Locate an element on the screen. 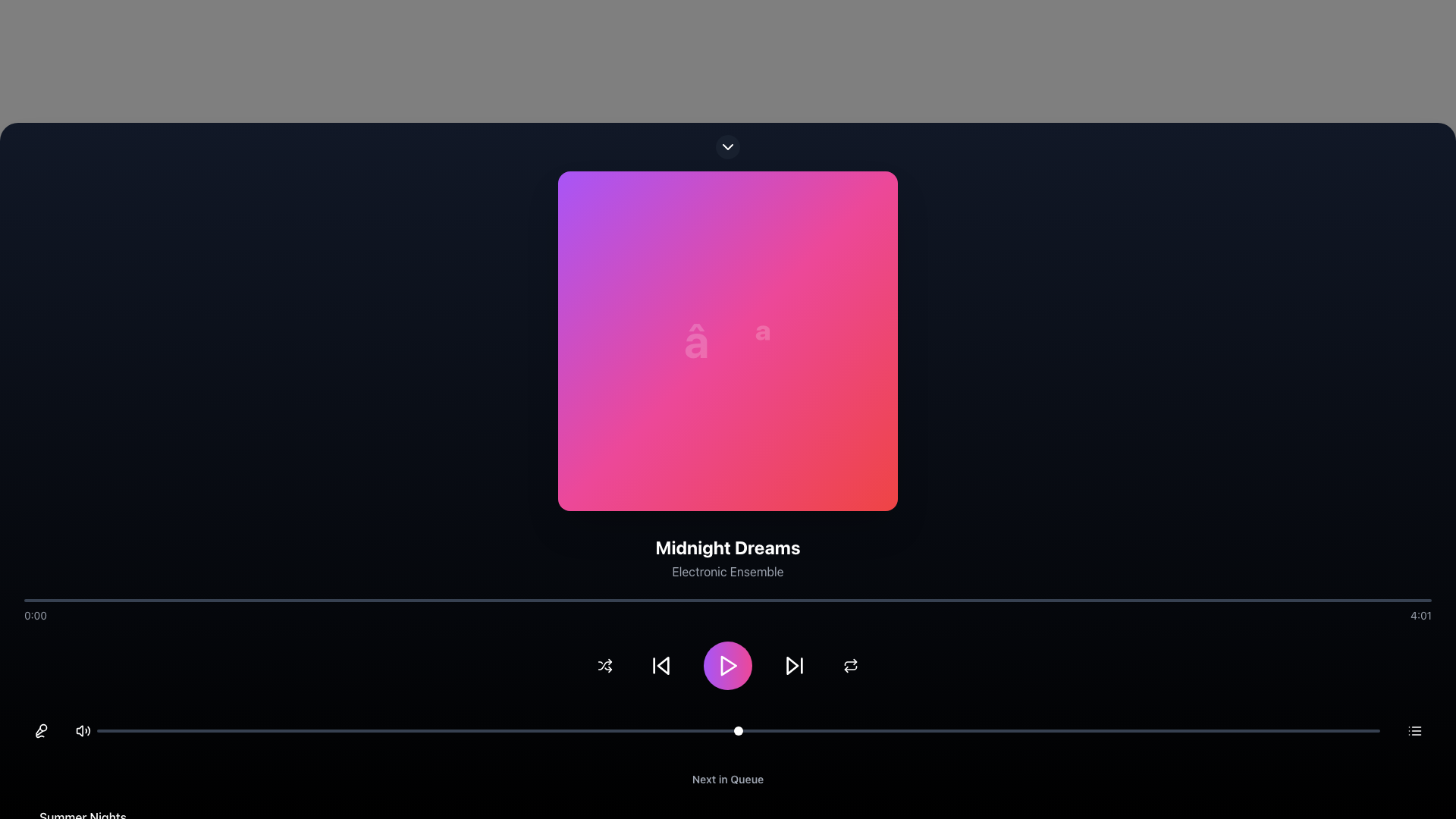 The image size is (1456, 819). the slider value is located at coordinates (353, 730).